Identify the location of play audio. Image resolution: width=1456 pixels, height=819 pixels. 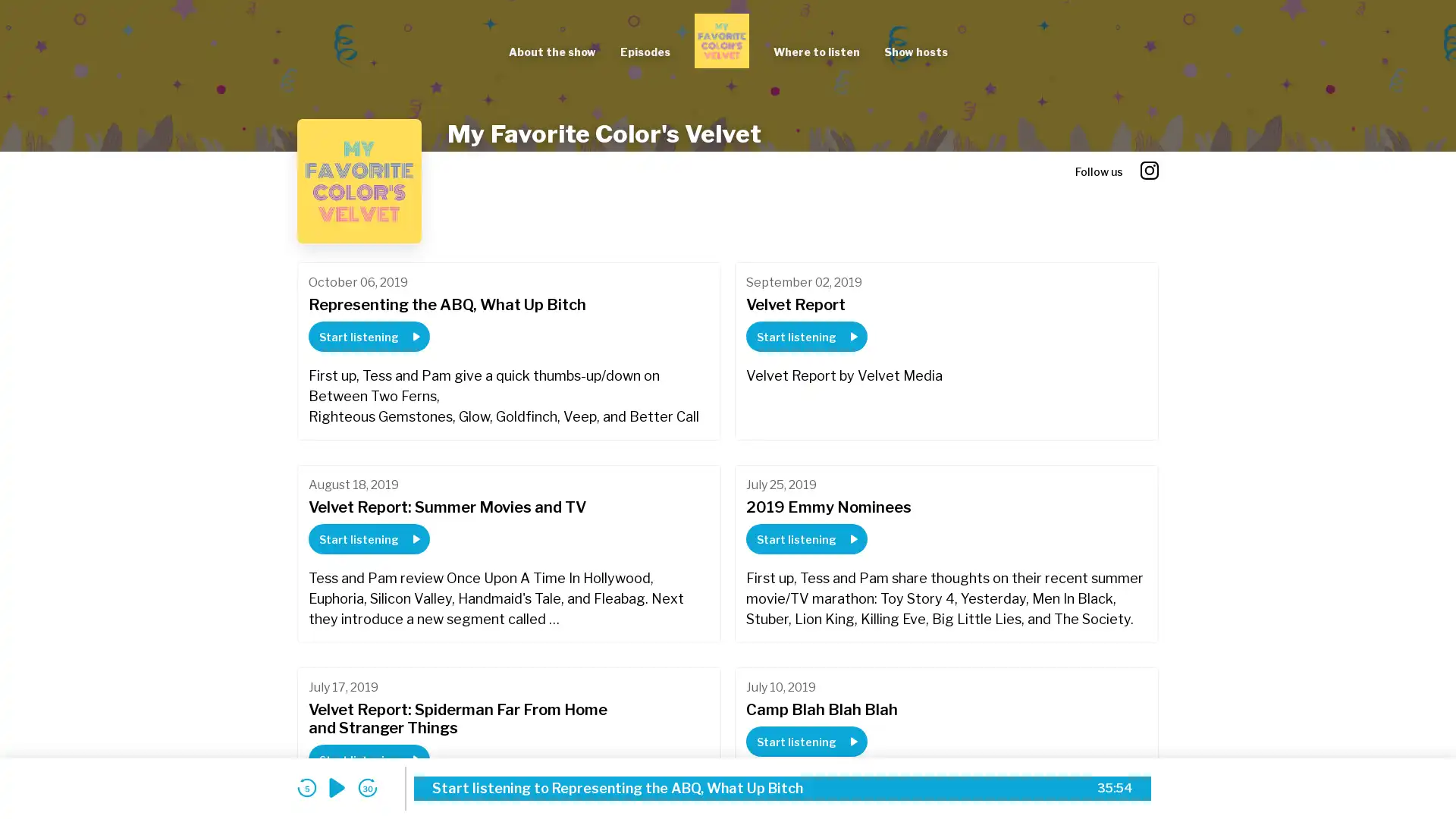
(337, 787).